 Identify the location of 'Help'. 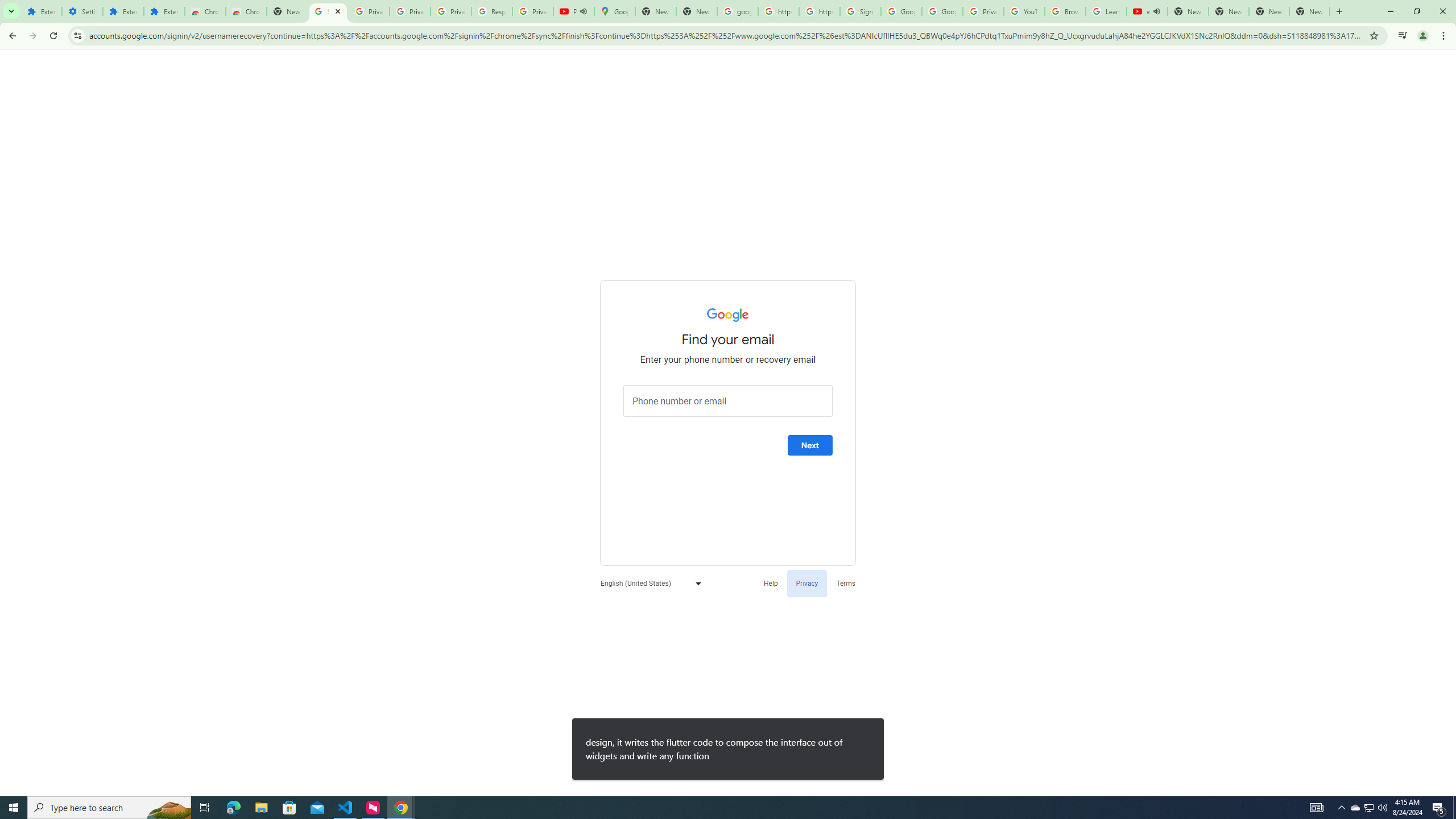
(770, 583).